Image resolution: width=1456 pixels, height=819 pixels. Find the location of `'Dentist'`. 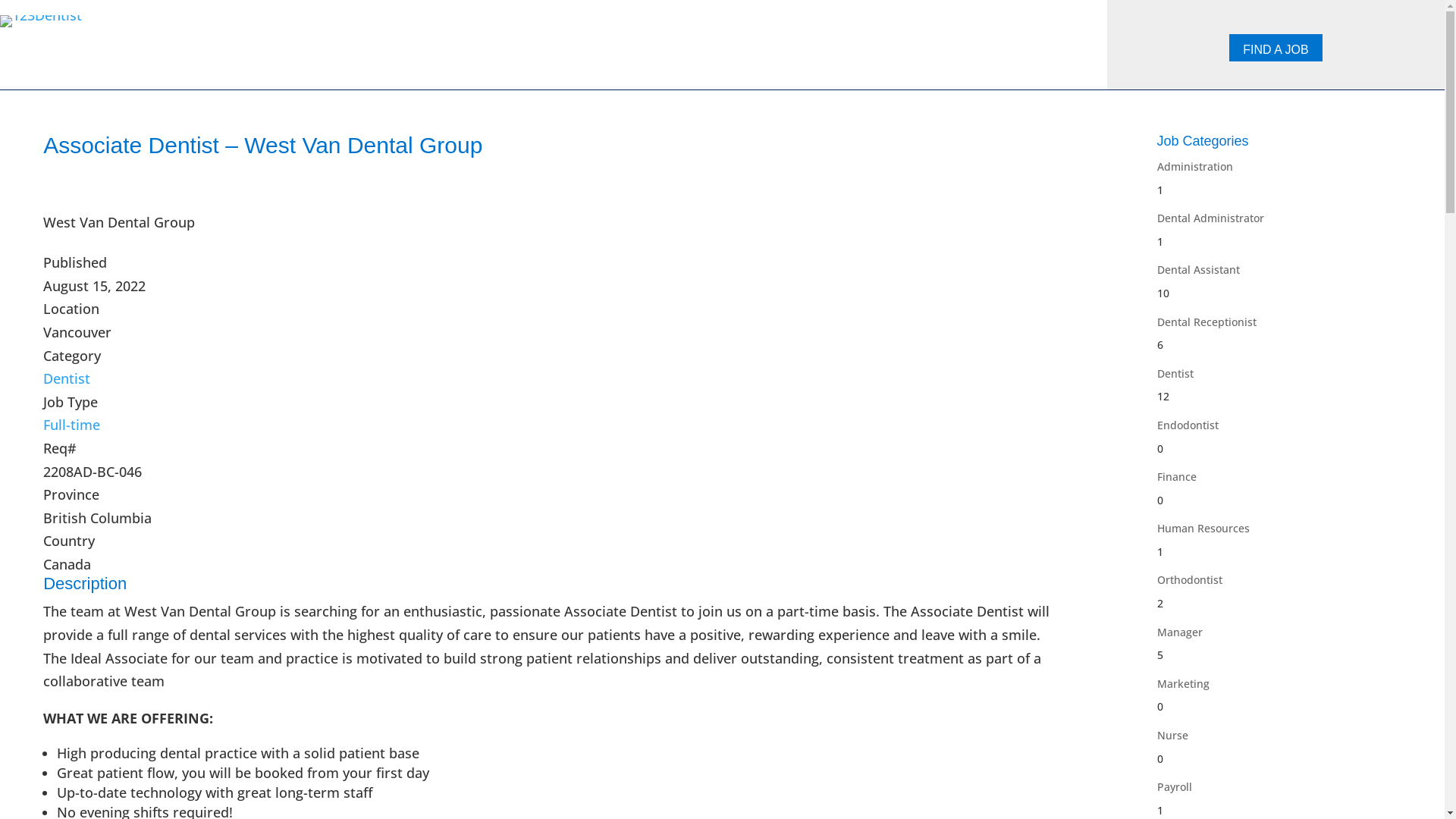

'Dentist' is located at coordinates (1175, 373).